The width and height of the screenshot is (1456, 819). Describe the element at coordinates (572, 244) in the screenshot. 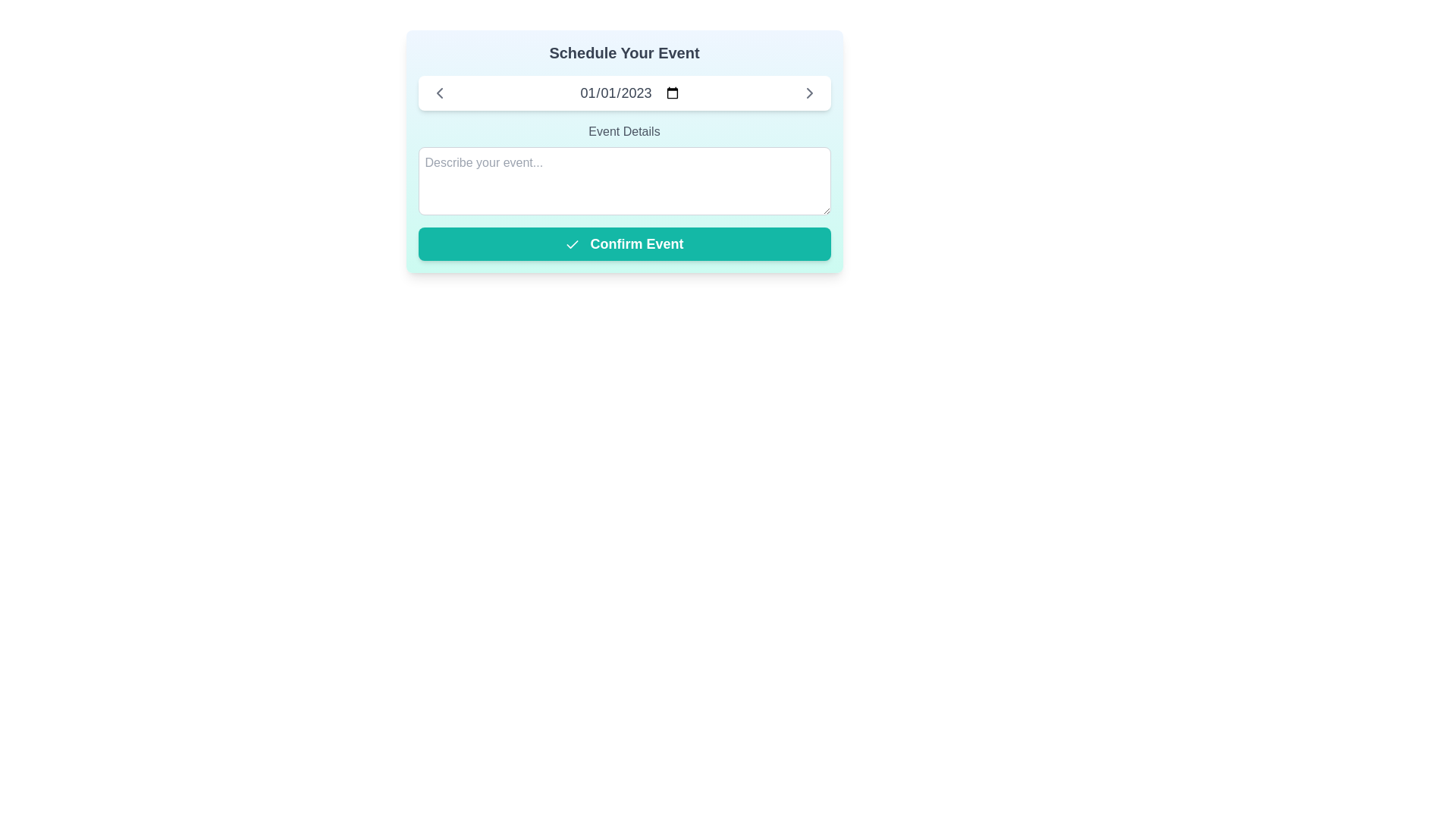

I see `the confirmation icon located to the left of the 'Confirm Event' text on the button` at that location.